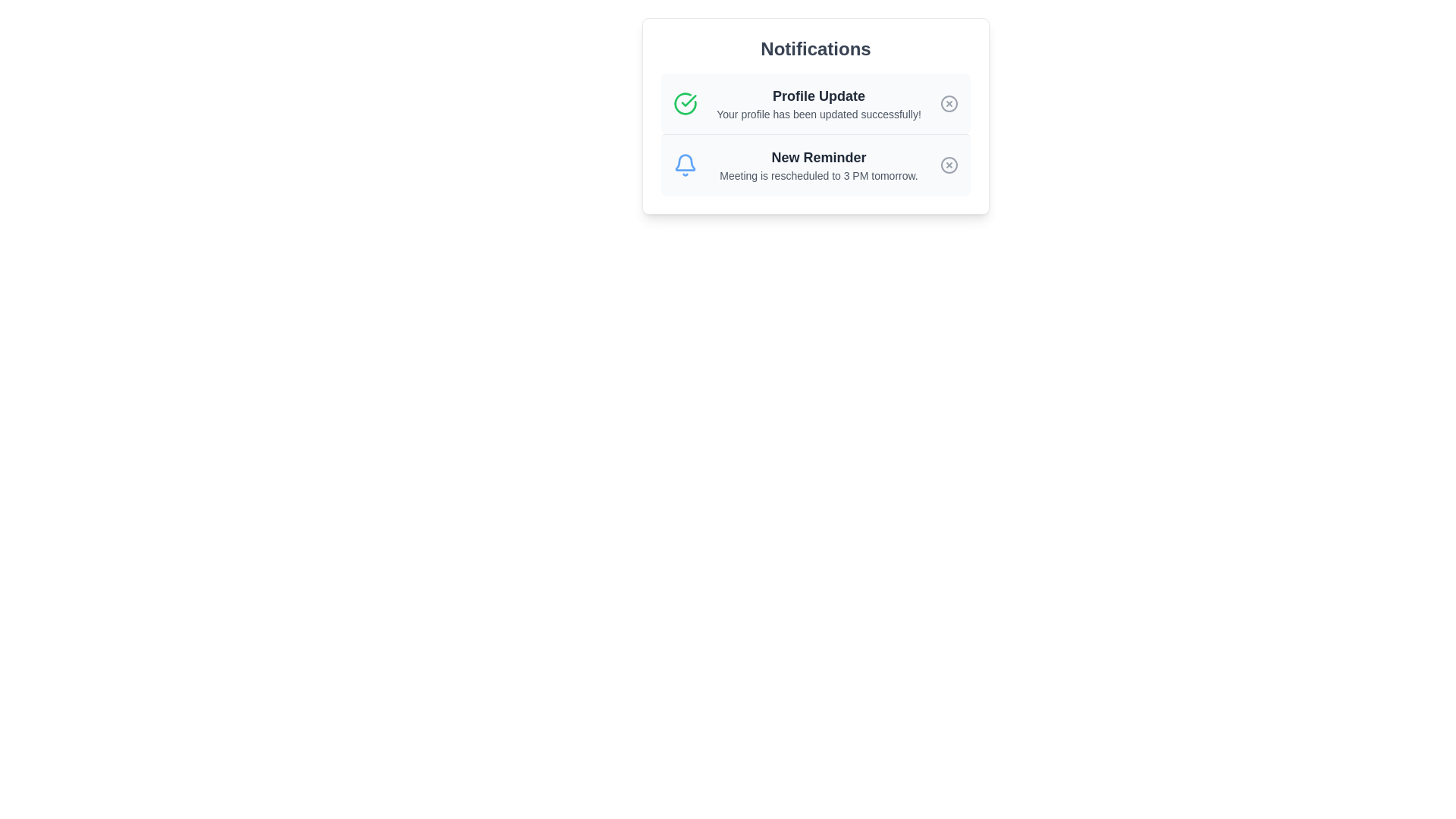  What do you see at coordinates (688, 100) in the screenshot?
I see `the success indicator icon located within the first notification item, to the left of the 'Profile Update' text` at bounding box center [688, 100].